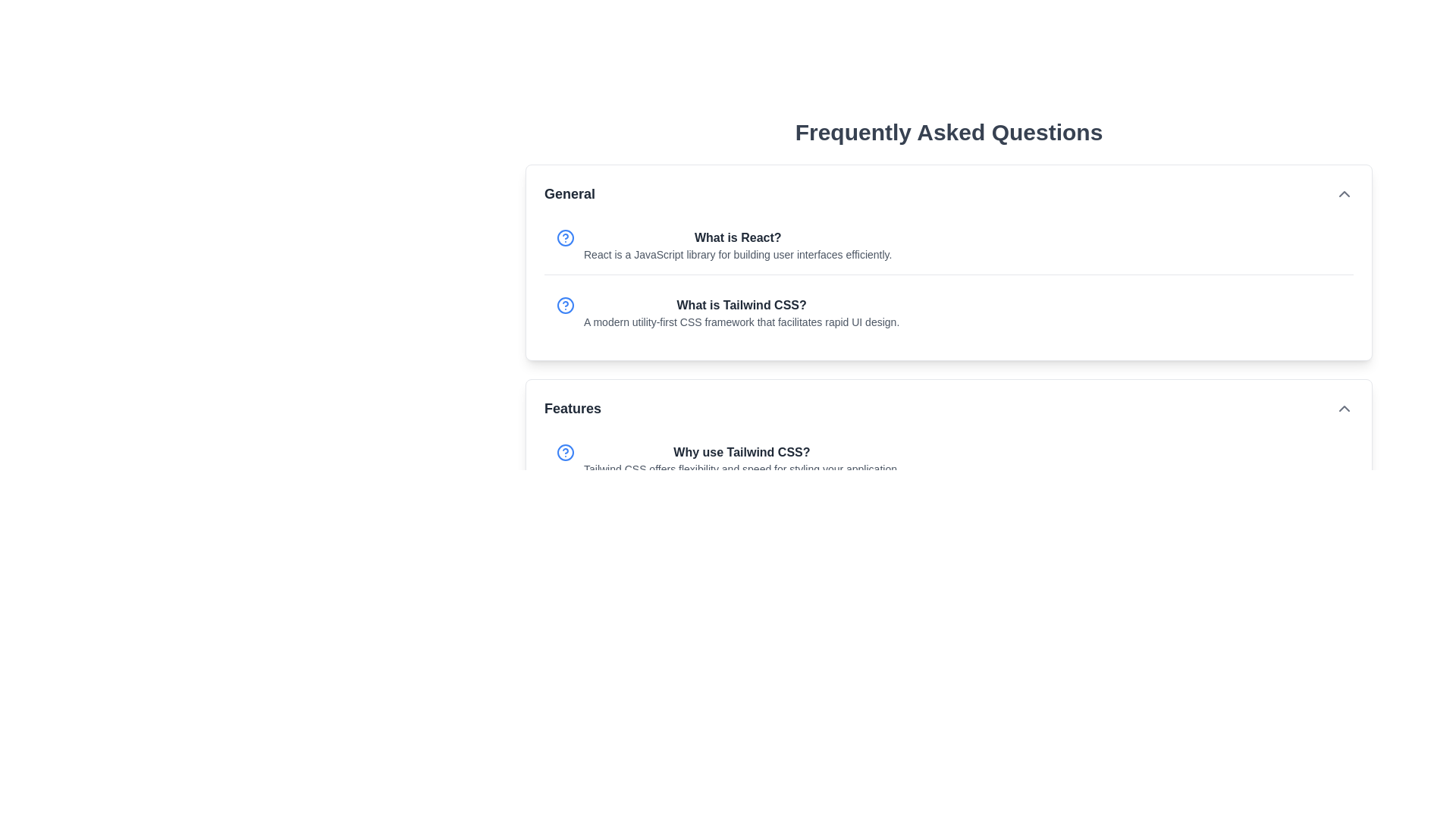  I want to click on the circular icon with a question mark symbol, which is styled with a blue outline and white background, located to the left of the 'What is React?' text in the 'General' section of the FAQ interface, so click(564, 237).